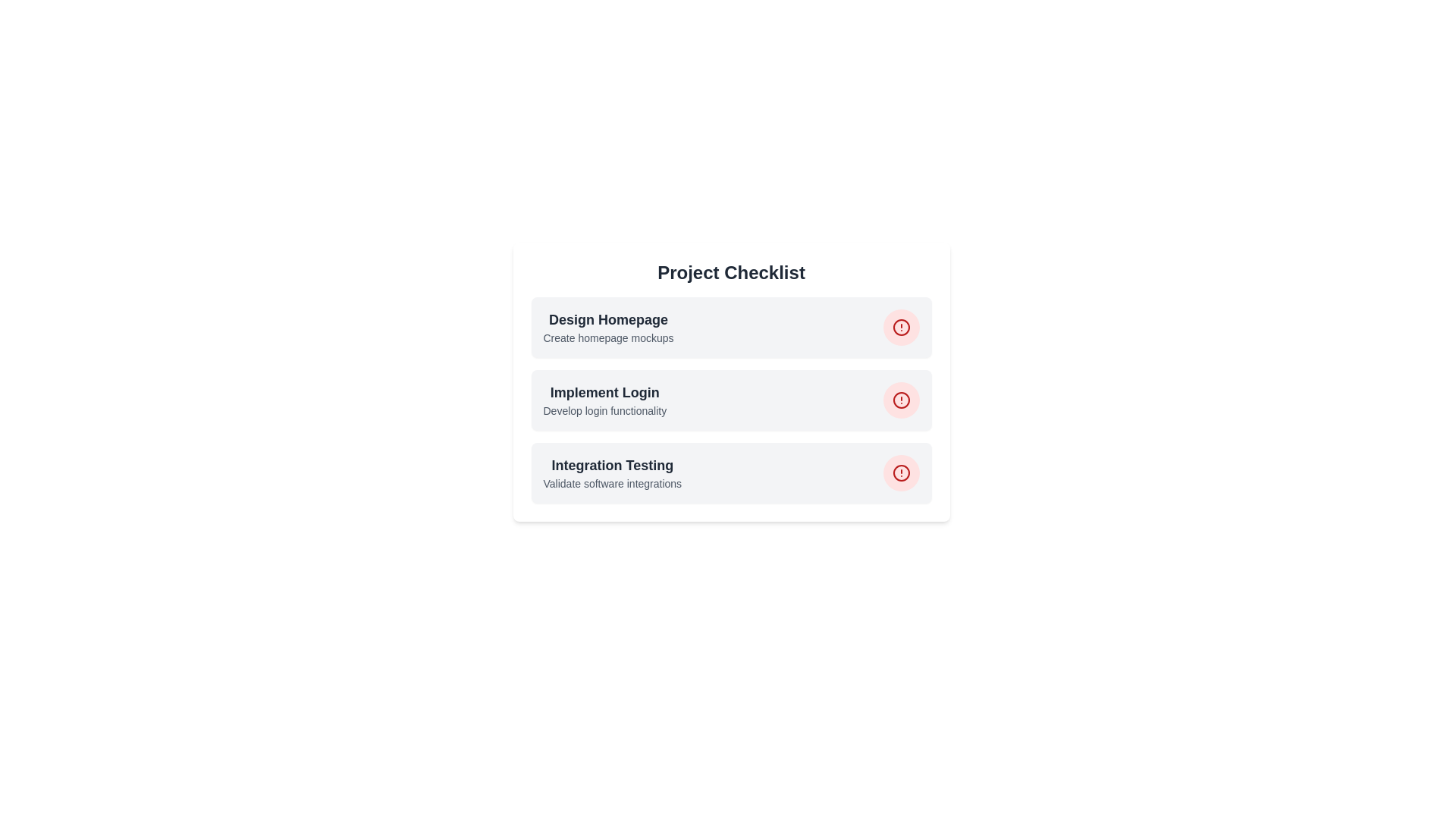 The image size is (1456, 819). What do you see at coordinates (901, 400) in the screenshot?
I see `the circular graphical element representing a warning in the 'Project Checklist' associated with the 'Implement Login' task` at bounding box center [901, 400].